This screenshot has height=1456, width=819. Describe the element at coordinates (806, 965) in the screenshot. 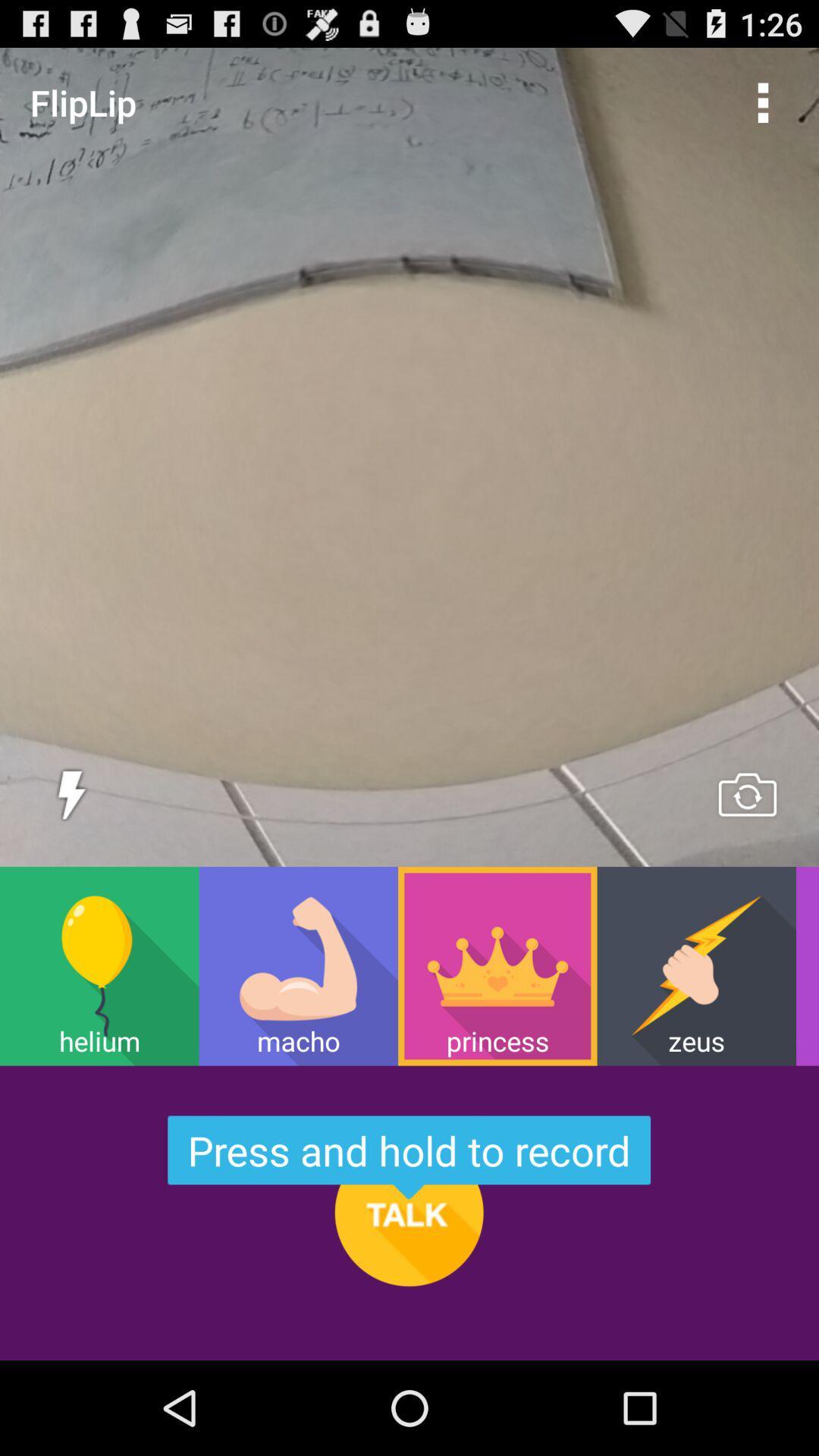

I see `wacko item` at that location.